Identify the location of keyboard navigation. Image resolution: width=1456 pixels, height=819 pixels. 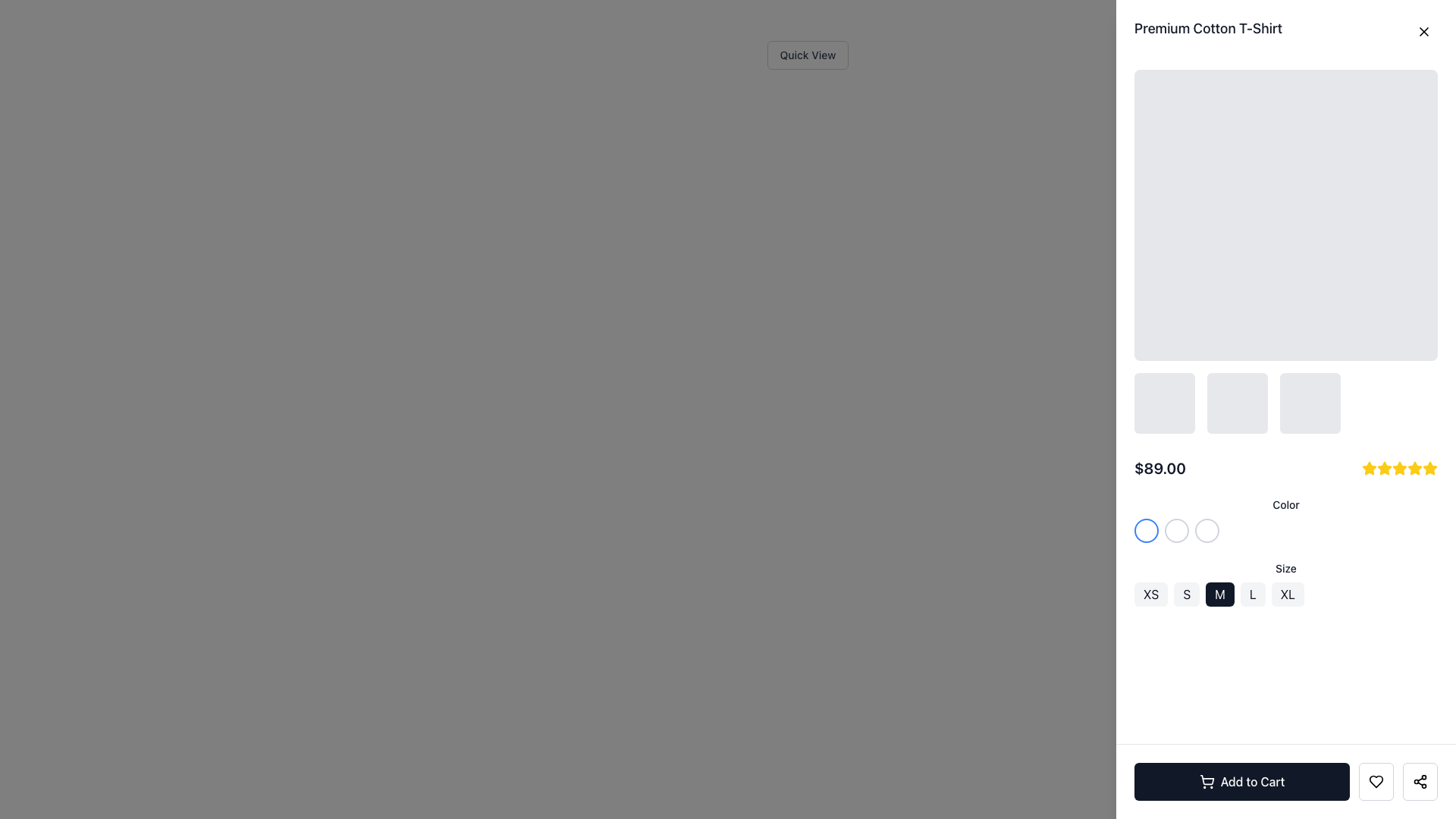
(1384, 467).